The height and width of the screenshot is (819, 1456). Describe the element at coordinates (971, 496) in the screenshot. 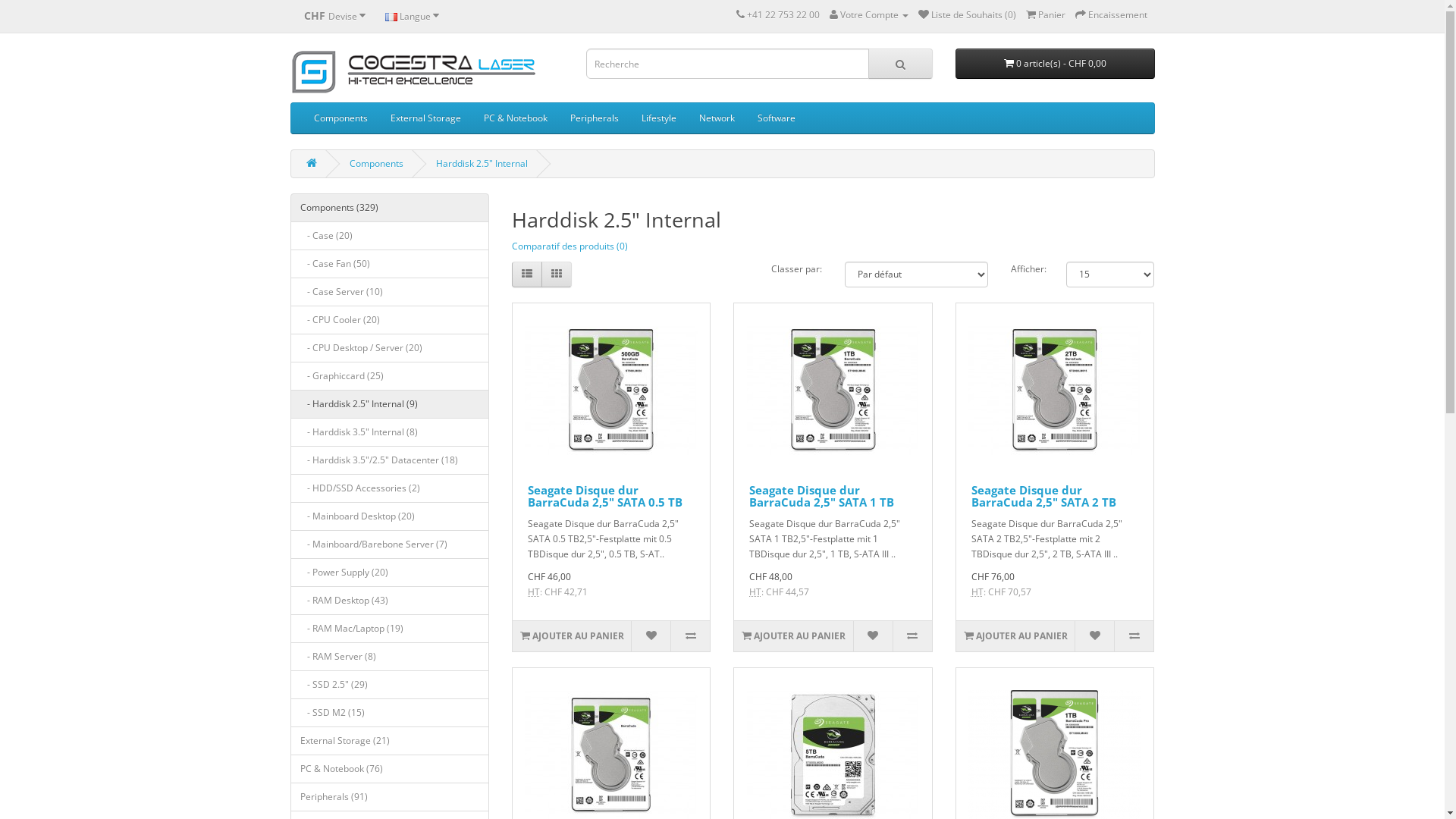

I see `'Seagate Disque dur BarraCuda 2,5" SATA 2 TB'` at that location.